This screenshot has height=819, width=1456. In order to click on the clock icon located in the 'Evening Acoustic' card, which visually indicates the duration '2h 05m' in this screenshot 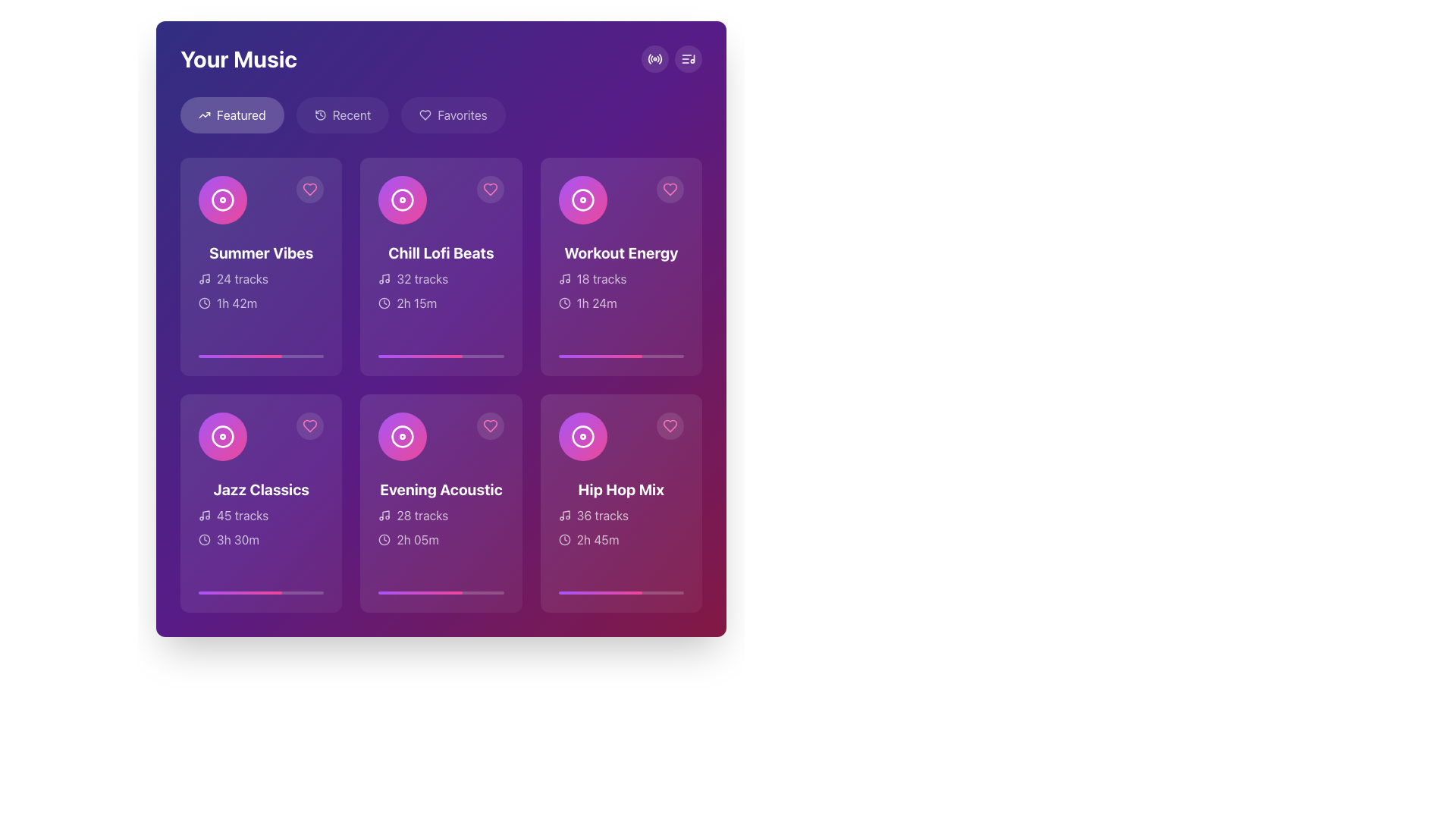, I will do `click(384, 539)`.